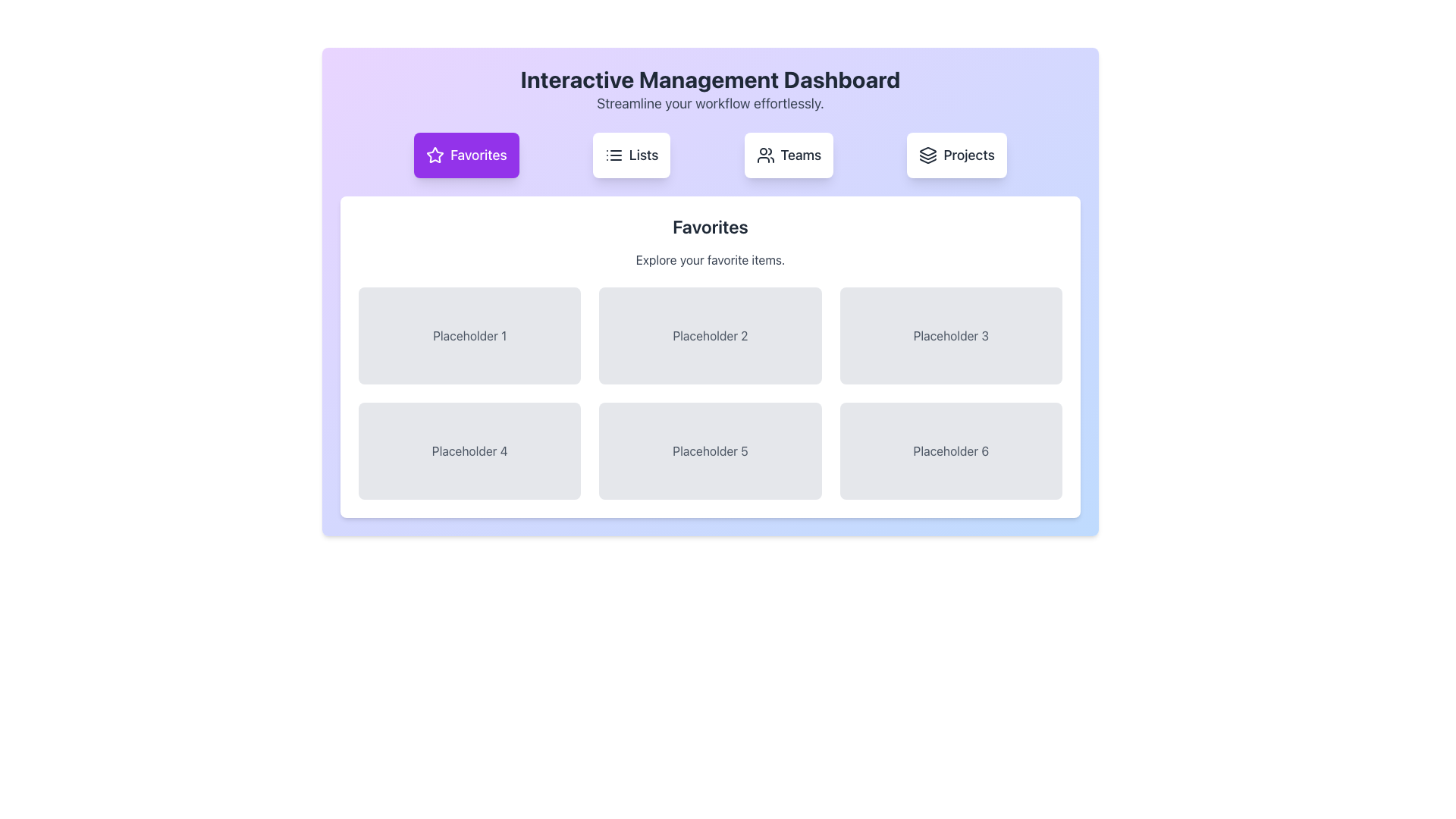  I want to click on the text block titled 'Interactive Management Dashboard', so click(709, 90).